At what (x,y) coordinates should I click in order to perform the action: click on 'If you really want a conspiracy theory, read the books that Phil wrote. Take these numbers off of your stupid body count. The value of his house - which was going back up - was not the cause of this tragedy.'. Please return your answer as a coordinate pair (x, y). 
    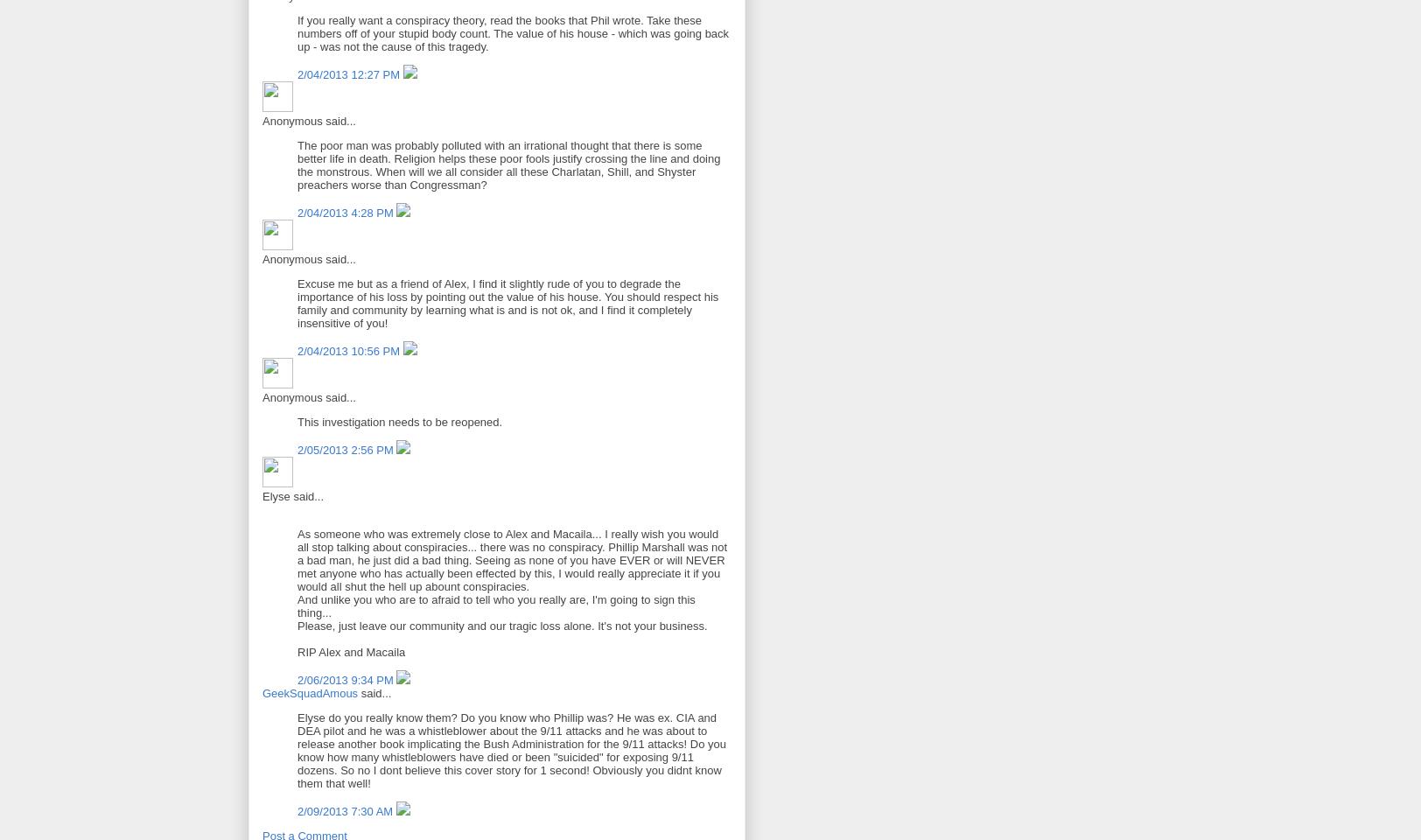
    Looking at the image, I should click on (513, 31).